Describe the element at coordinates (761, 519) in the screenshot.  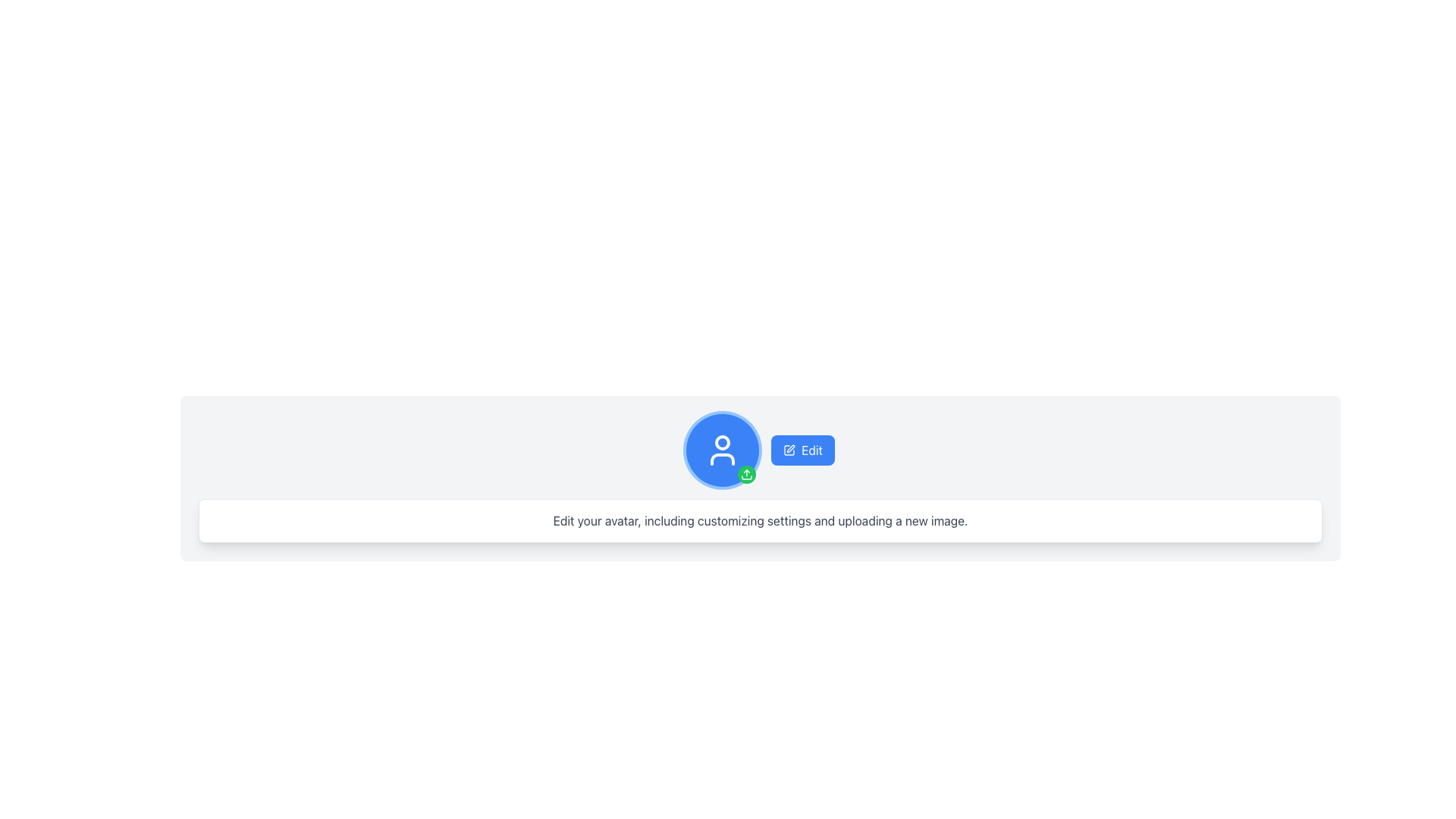
I see `the text label styled in gray that contains the sentence 'Edit your avatar, including customizing settings and uploading a new image.', positioned beneath the blue round avatar icon with an edit button` at that location.